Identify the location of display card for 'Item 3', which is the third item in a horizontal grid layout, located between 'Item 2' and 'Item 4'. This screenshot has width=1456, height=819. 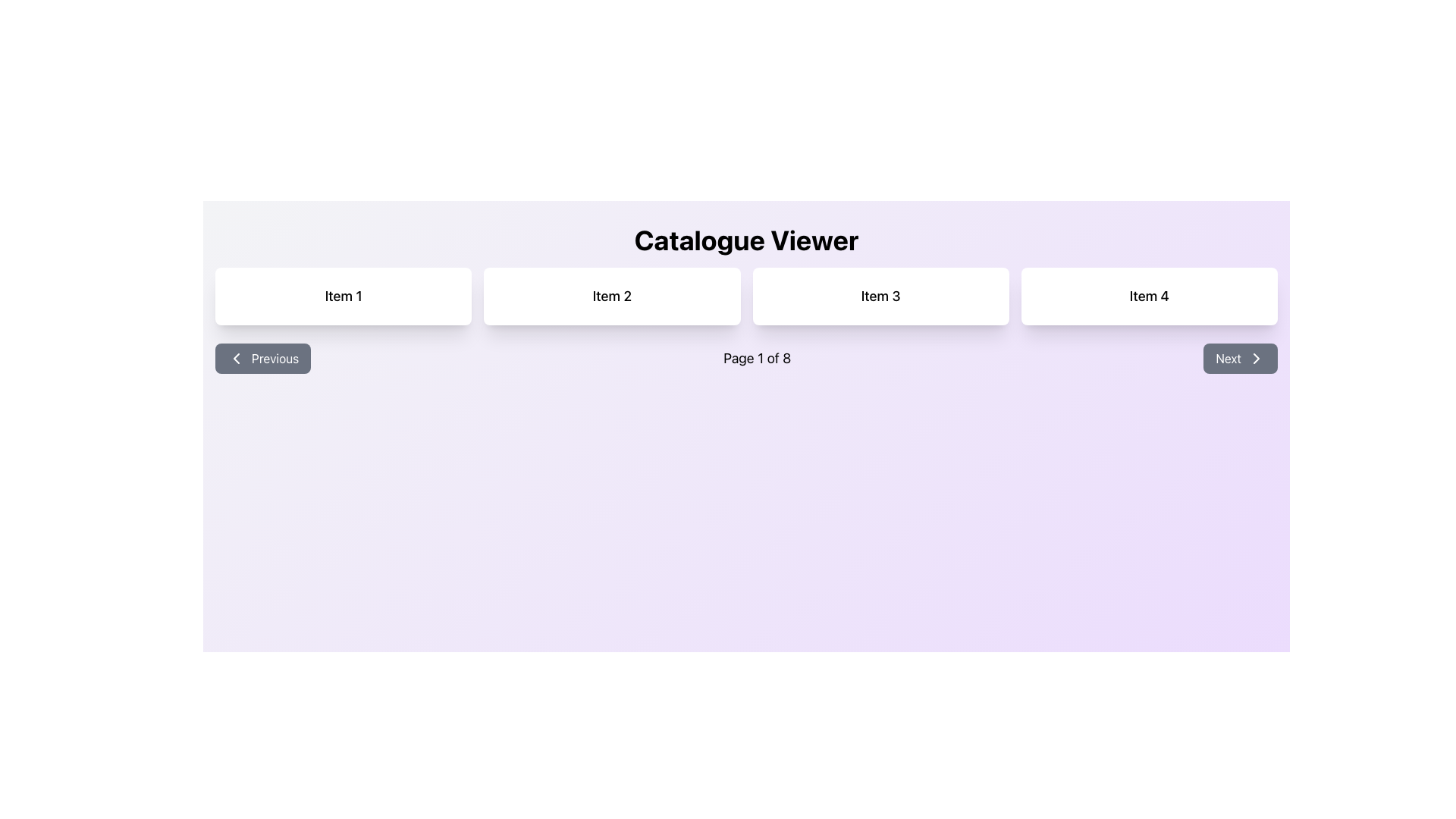
(880, 296).